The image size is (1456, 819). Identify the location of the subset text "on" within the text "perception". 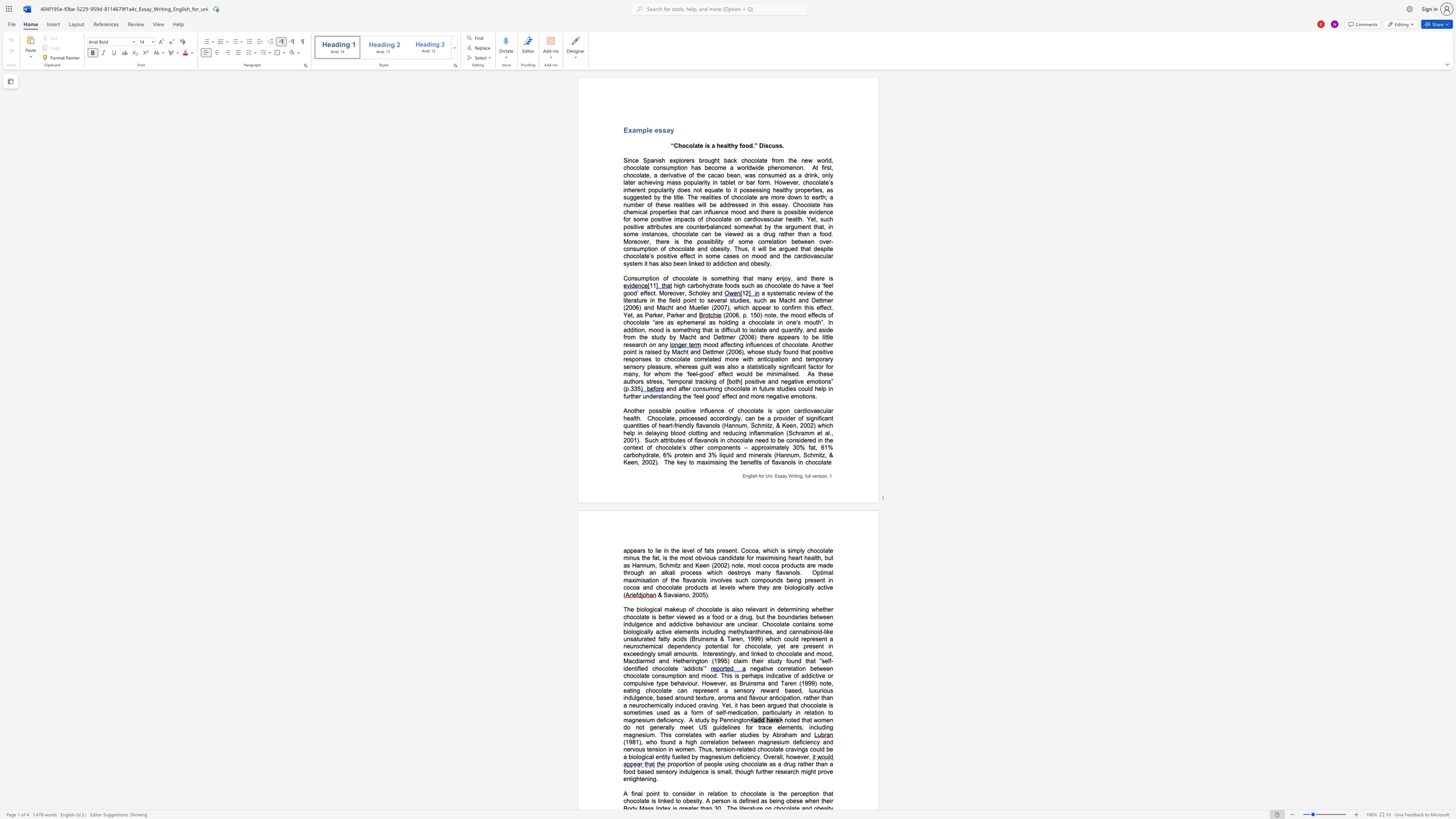
(812, 793).